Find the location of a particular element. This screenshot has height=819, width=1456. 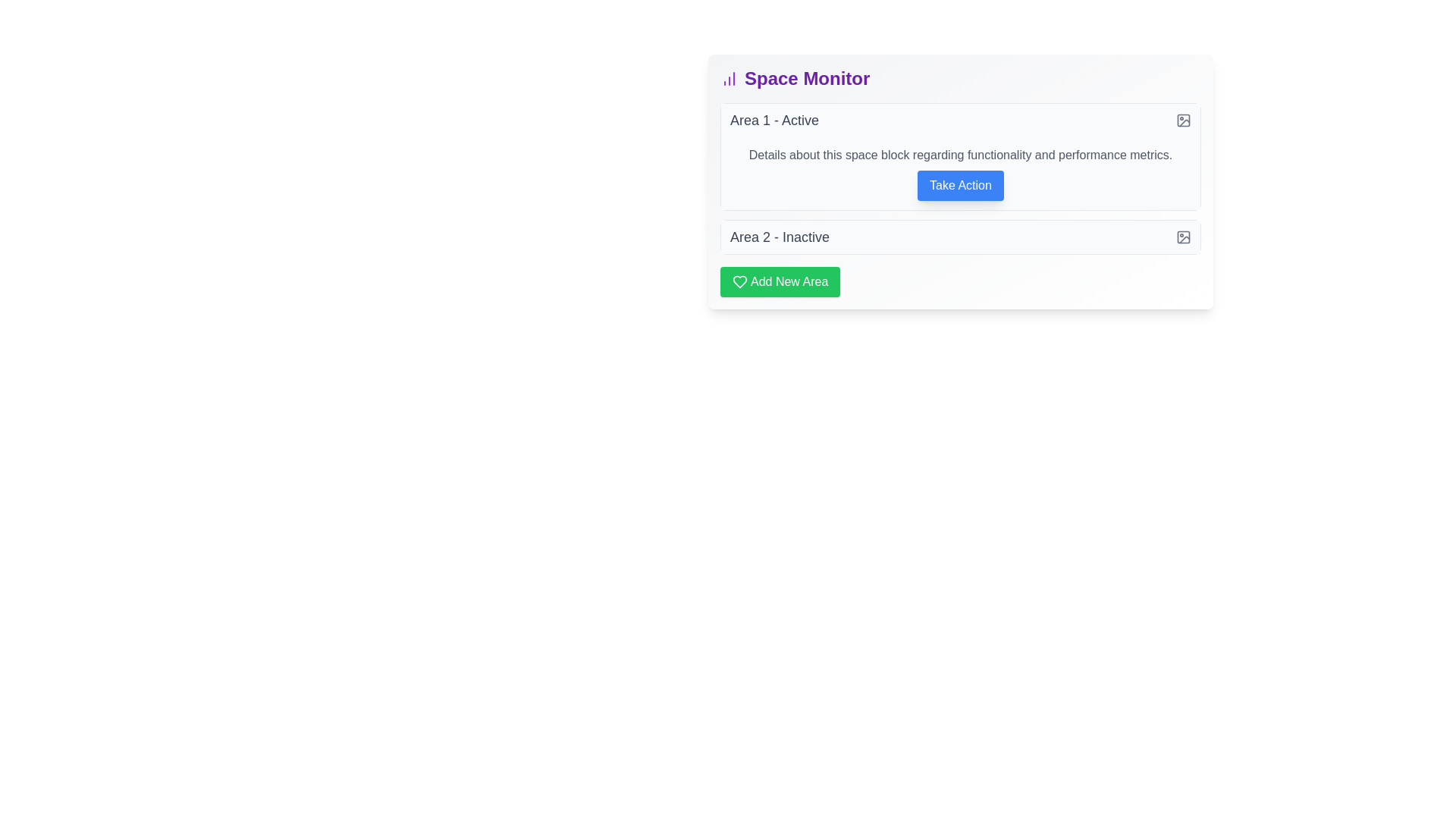

the heart-shaped icon that is centered within the green button labeled 'Add New Area' at the bottom of the 'Space Monitor' panel is located at coordinates (739, 281).